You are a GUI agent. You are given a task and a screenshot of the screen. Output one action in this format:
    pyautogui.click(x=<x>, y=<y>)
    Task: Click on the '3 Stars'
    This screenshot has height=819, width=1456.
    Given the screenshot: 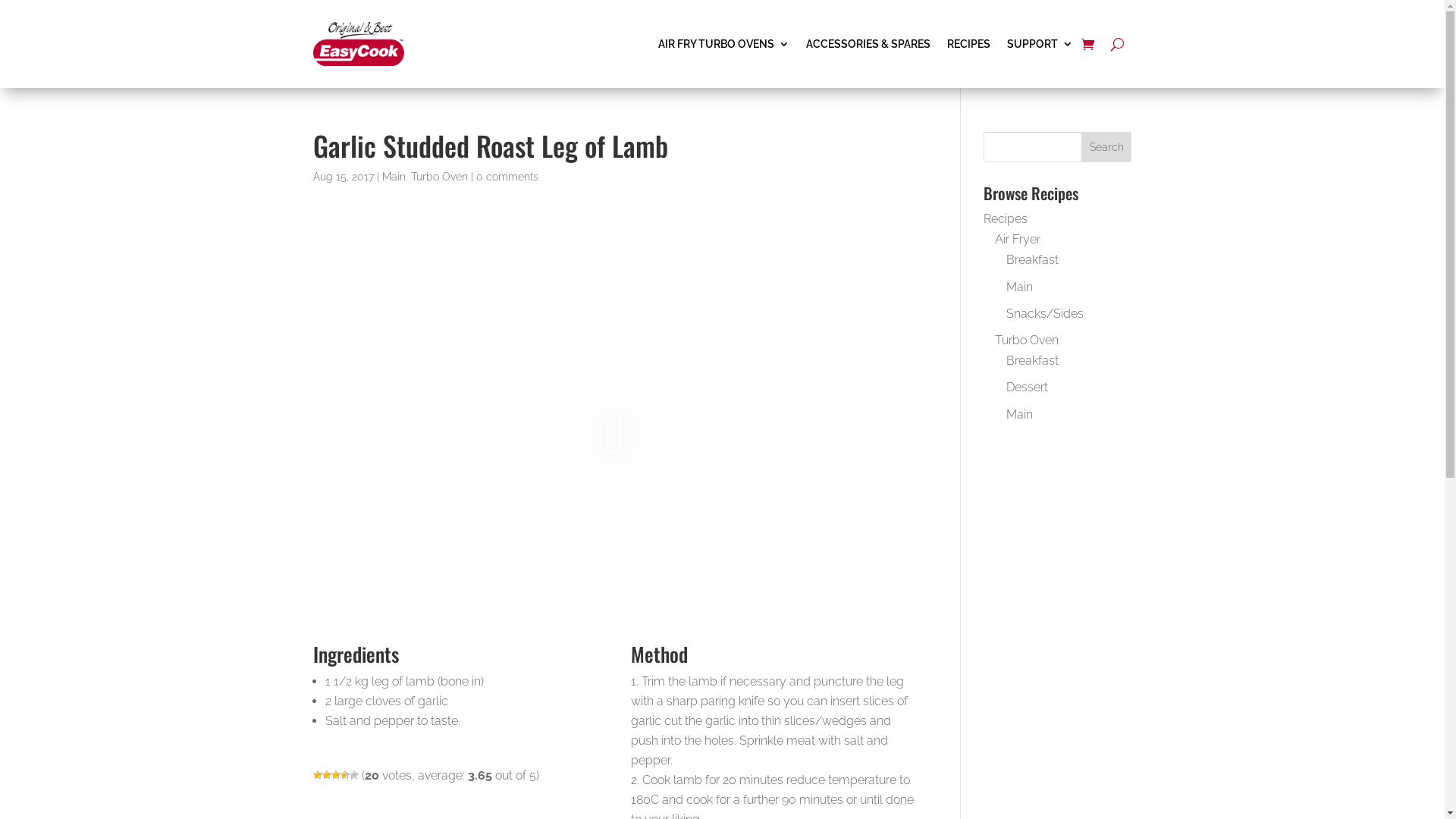 What is the action you would take?
    pyautogui.click(x=334, y=775)
    